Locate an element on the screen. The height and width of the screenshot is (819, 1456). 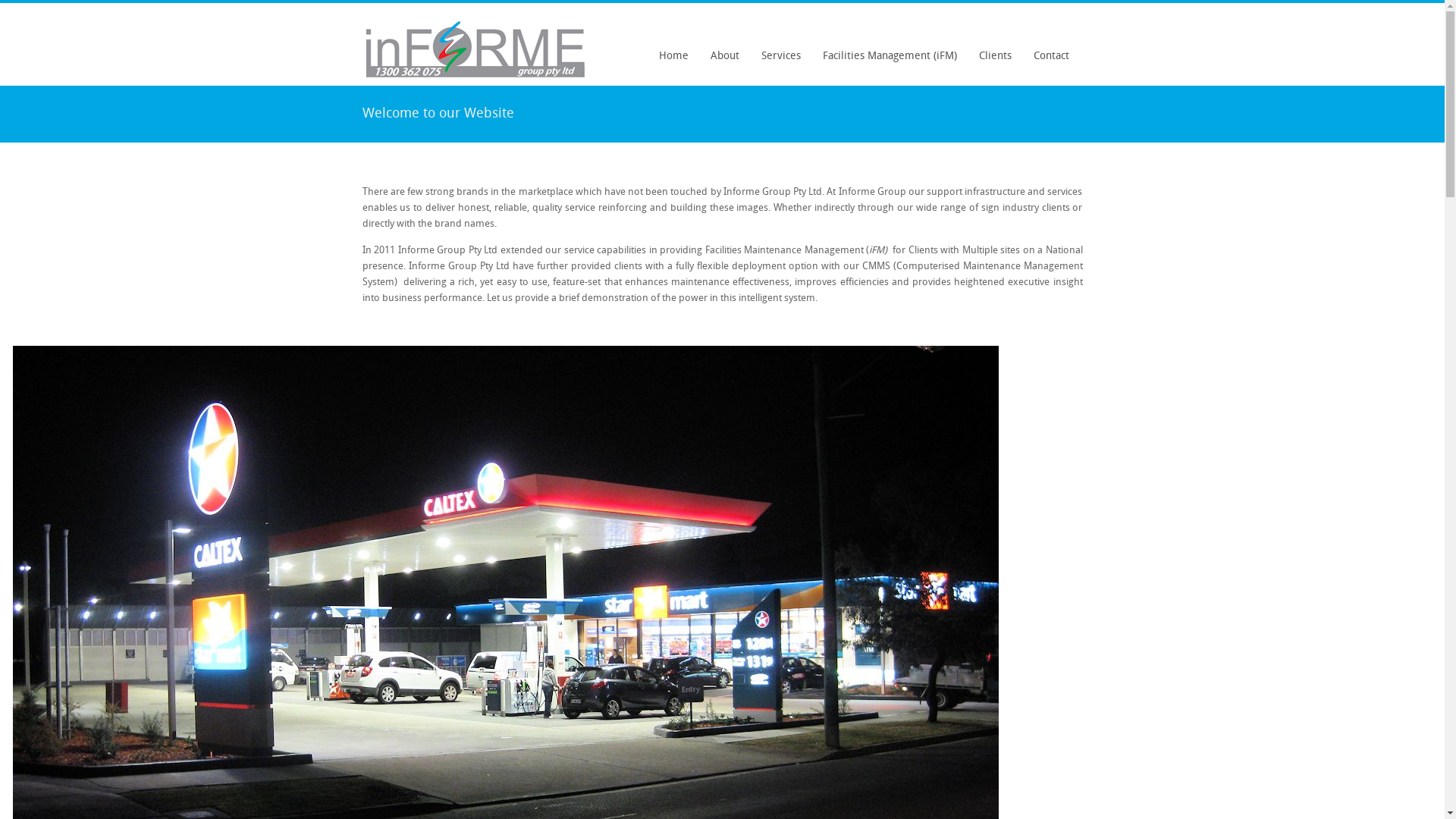
'Facilities Management (iFM)' is located at coordinates (814, 55).